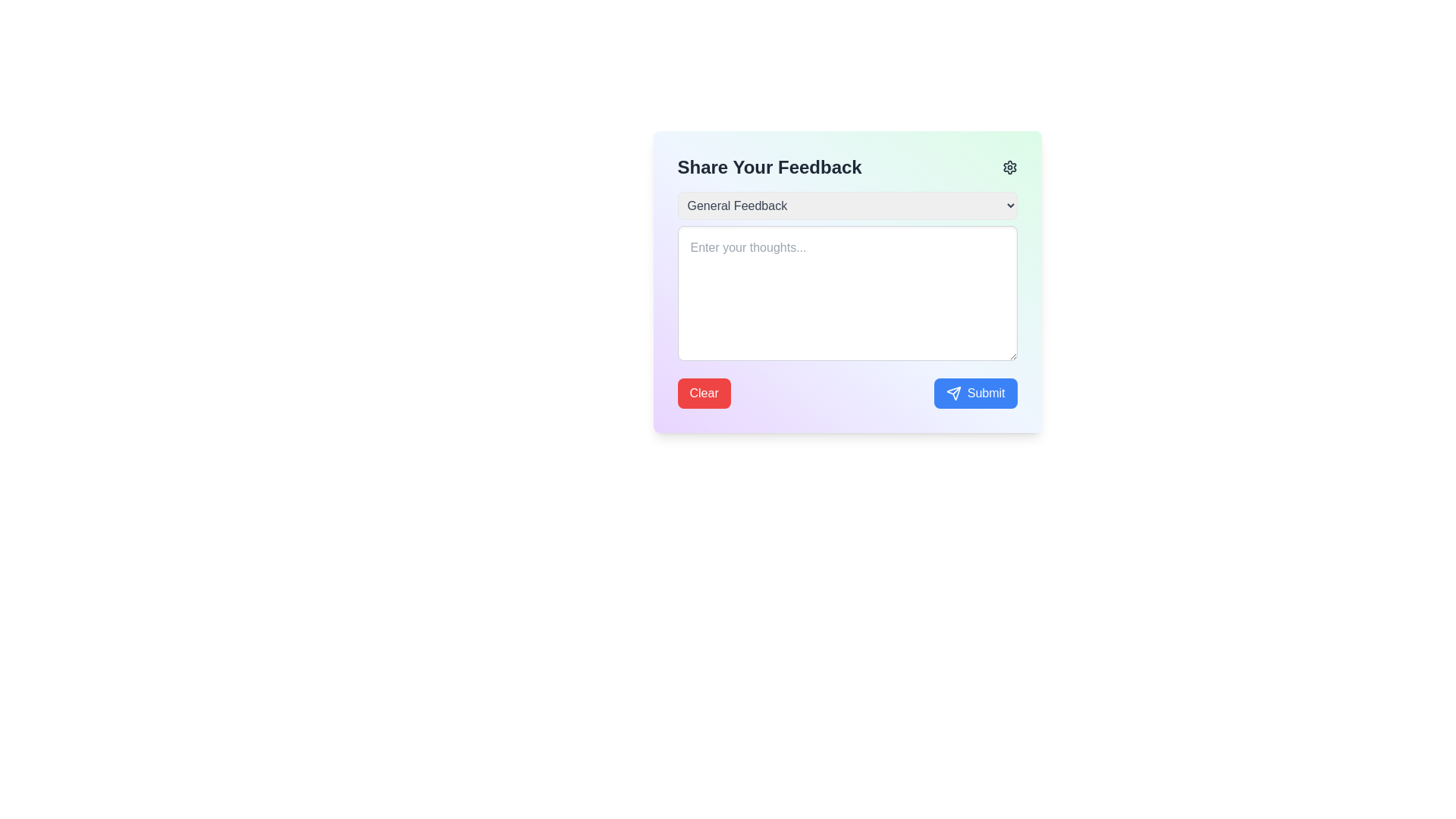 Image resolution: width=1456 pixels, height=819 pixels. What do you see at coordinates (846, 206) in the screenshot?
I see `the Dropdown menu located below the title 'Share Your Feedback'` at bounding box center [846, 206].